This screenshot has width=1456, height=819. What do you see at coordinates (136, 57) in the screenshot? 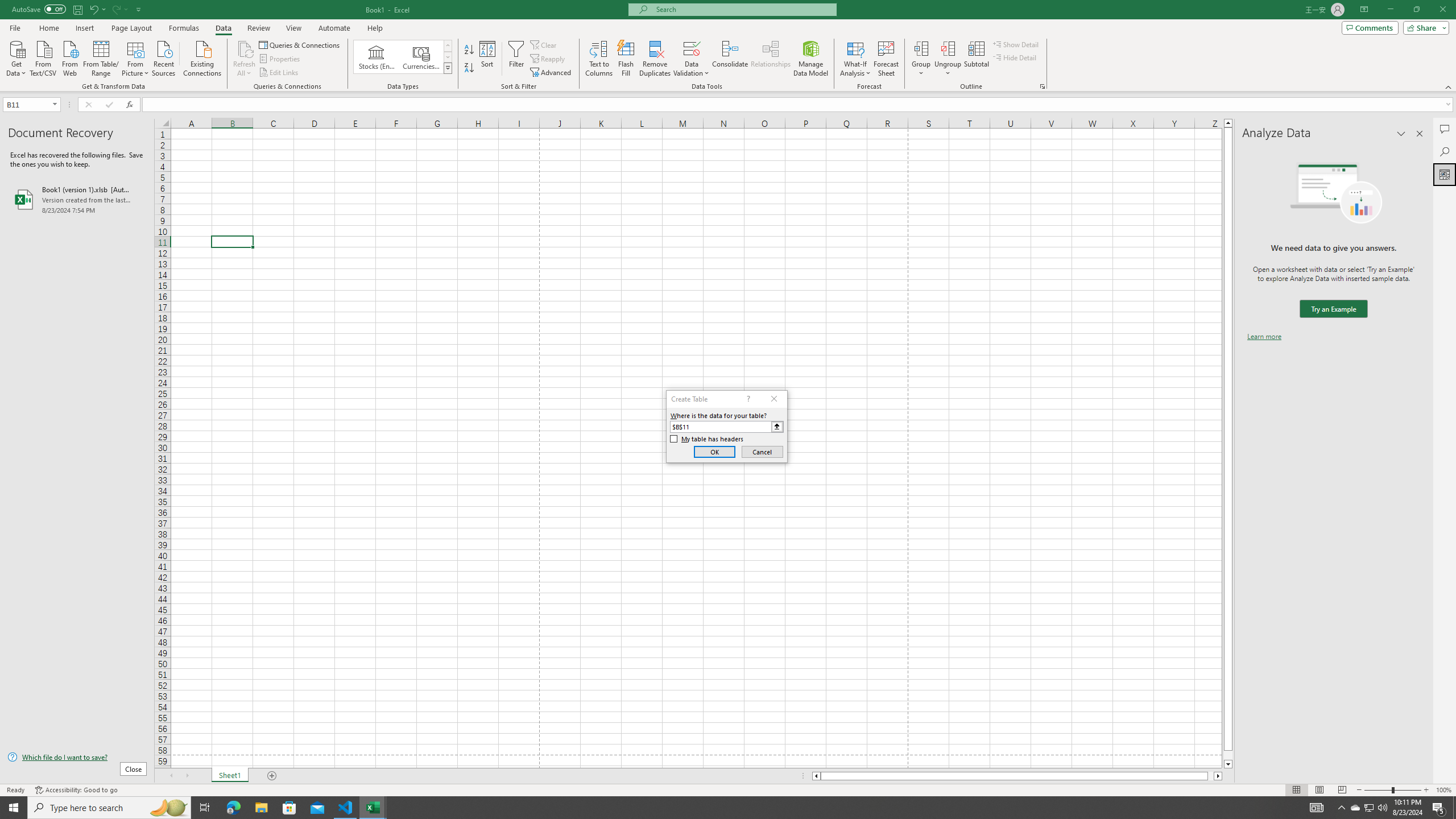
I see `'From Picture'` at bounding box center [136, 57].